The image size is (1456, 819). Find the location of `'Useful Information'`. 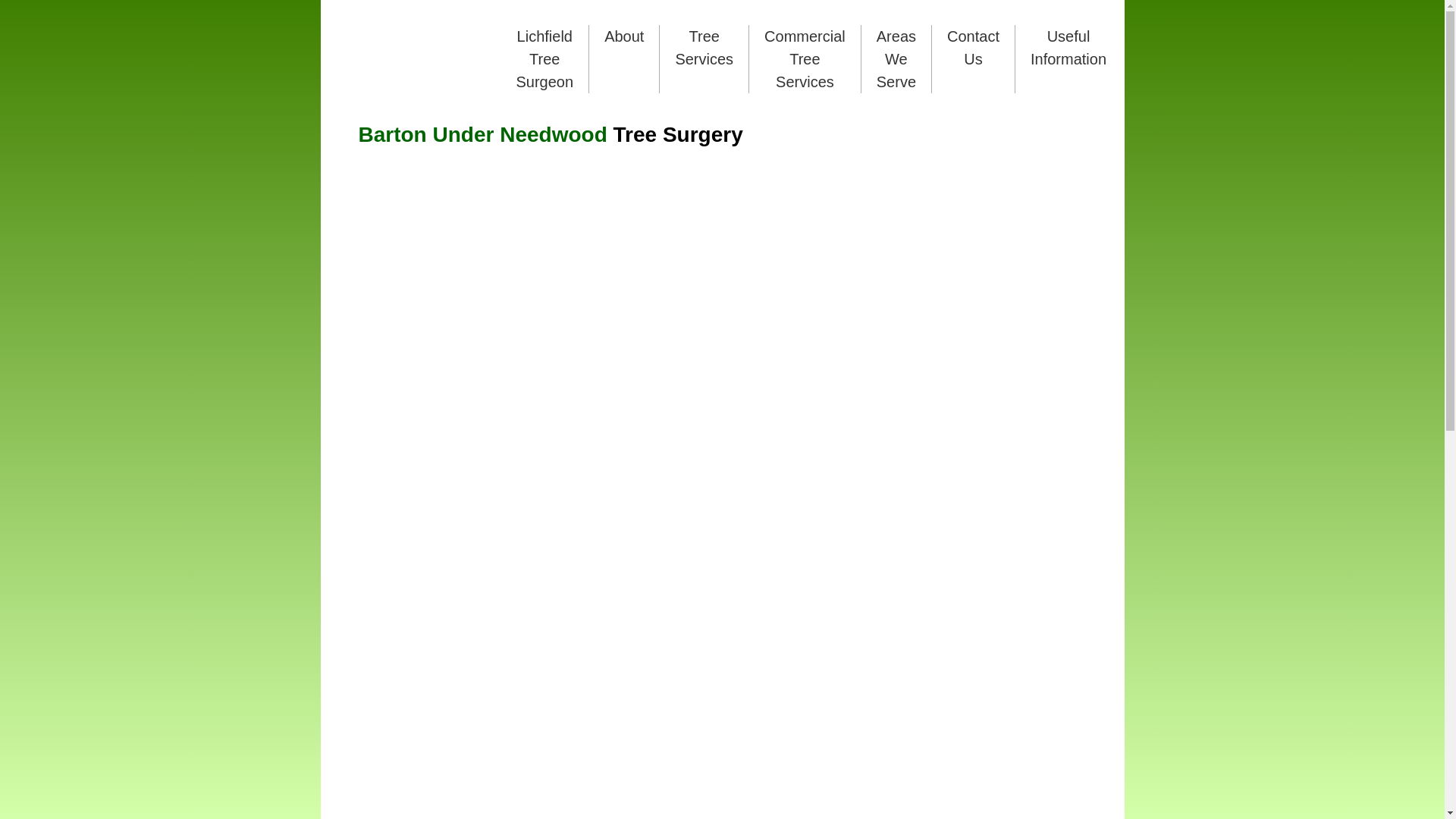

'Useful Information' is located at coordinates (1068, 46).